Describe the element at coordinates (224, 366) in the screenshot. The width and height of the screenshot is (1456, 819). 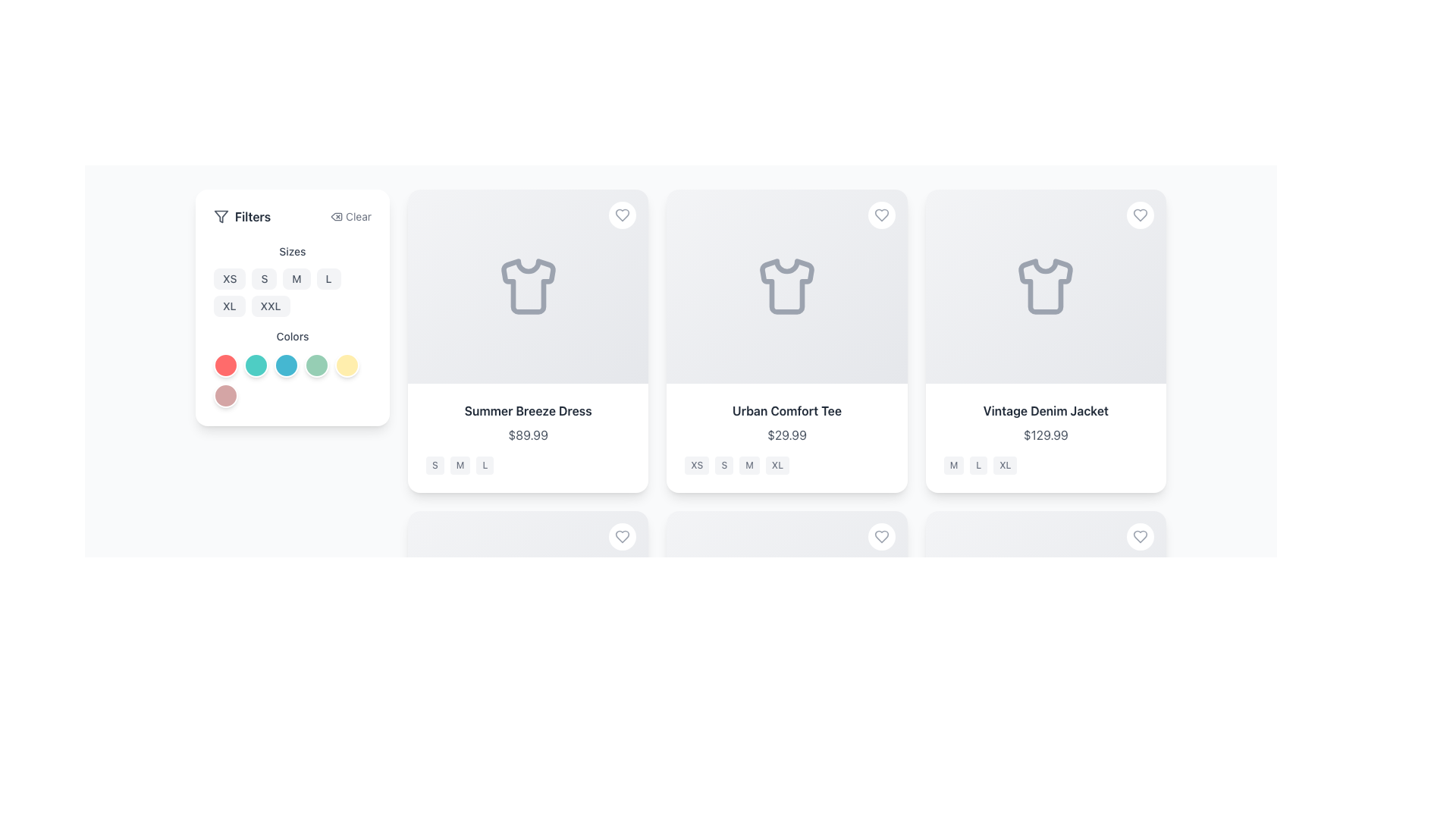
I see `the first circular button in the 'Colors' section of the filter panel to possibly see a tooltip or visual effect` at that location.